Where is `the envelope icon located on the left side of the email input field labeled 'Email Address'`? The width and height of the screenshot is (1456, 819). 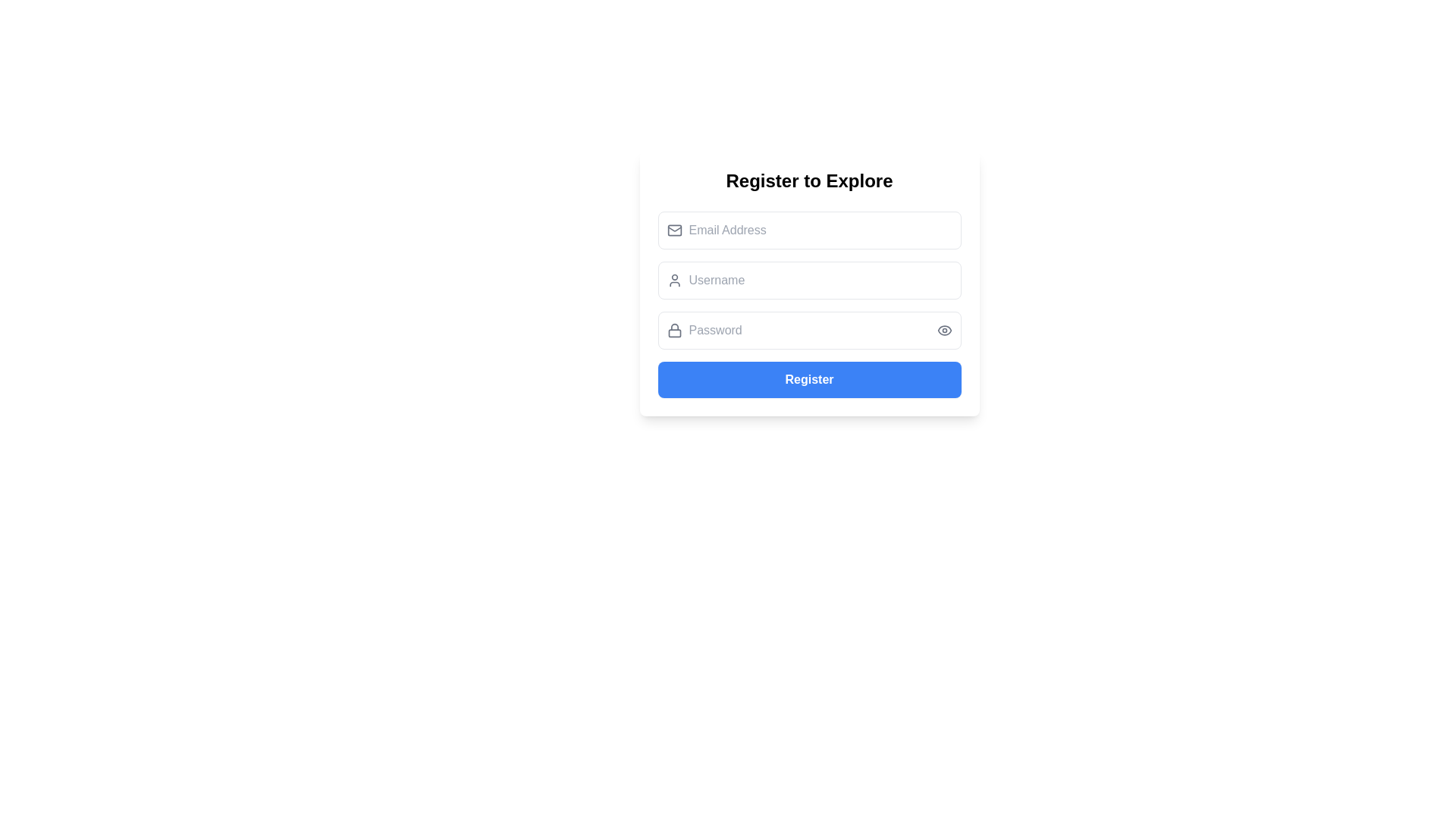 the envelope icon located on the left side of the email input field labeled 'Email Address' is located at coordinates (673, 231).